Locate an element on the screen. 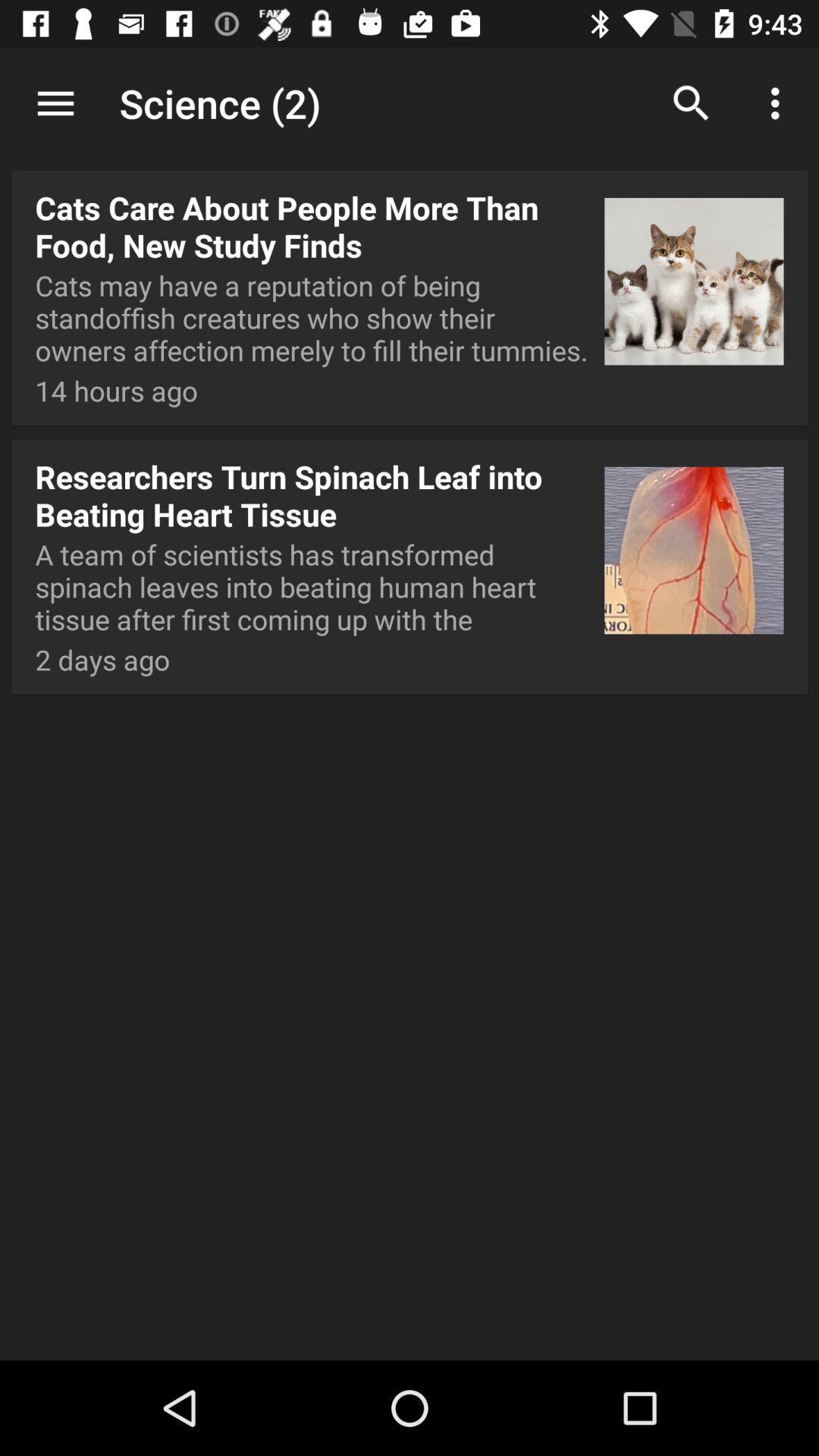 The image size is (819, 1456). icon to the left of science (2) app is located at coordinates (55, 102).